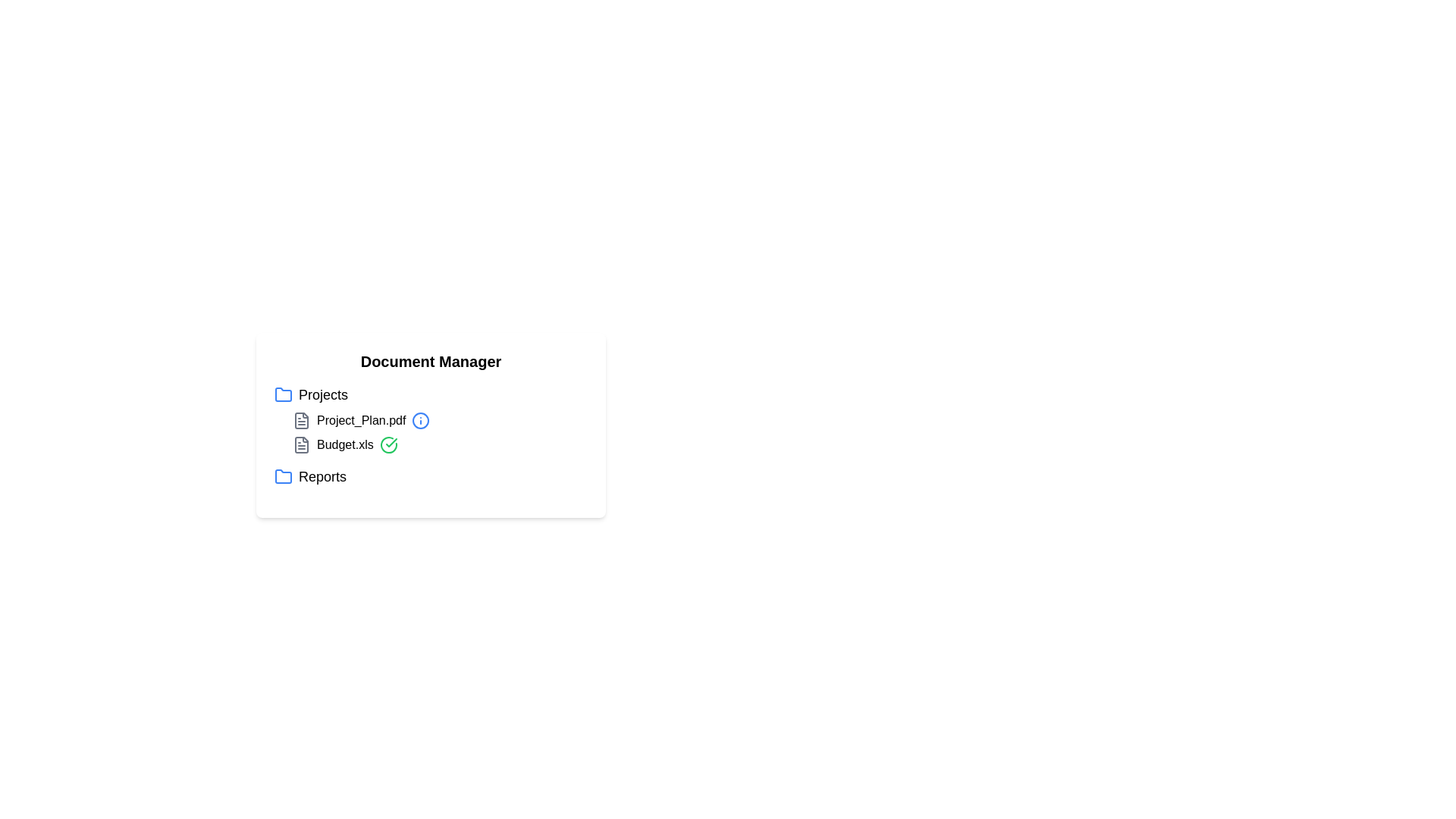  I want to click on the icon corresponding to Reports, so click(284, 475).